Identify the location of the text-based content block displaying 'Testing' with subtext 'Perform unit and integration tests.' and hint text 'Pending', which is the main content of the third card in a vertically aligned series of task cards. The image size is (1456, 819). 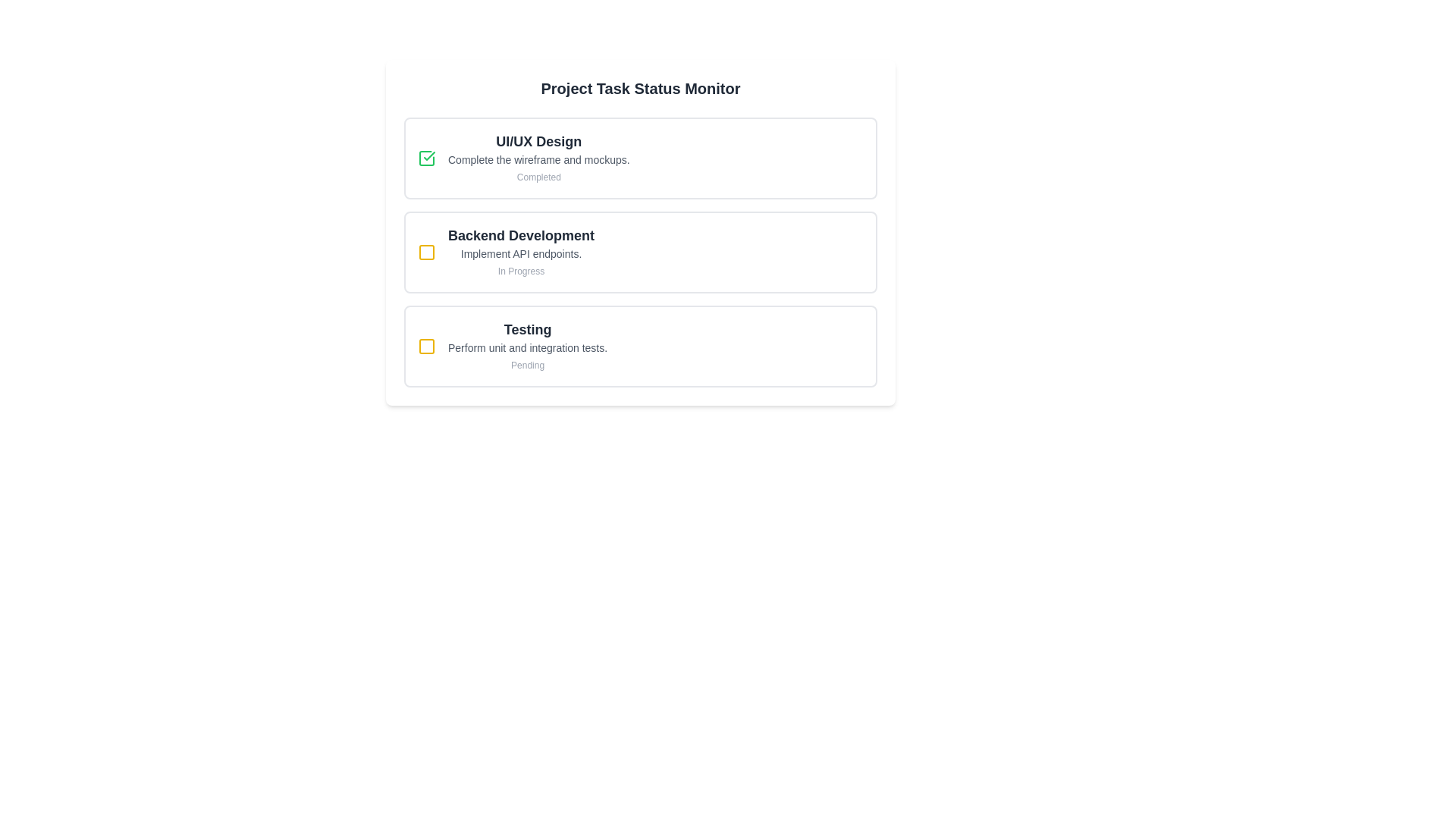
(528, 346).